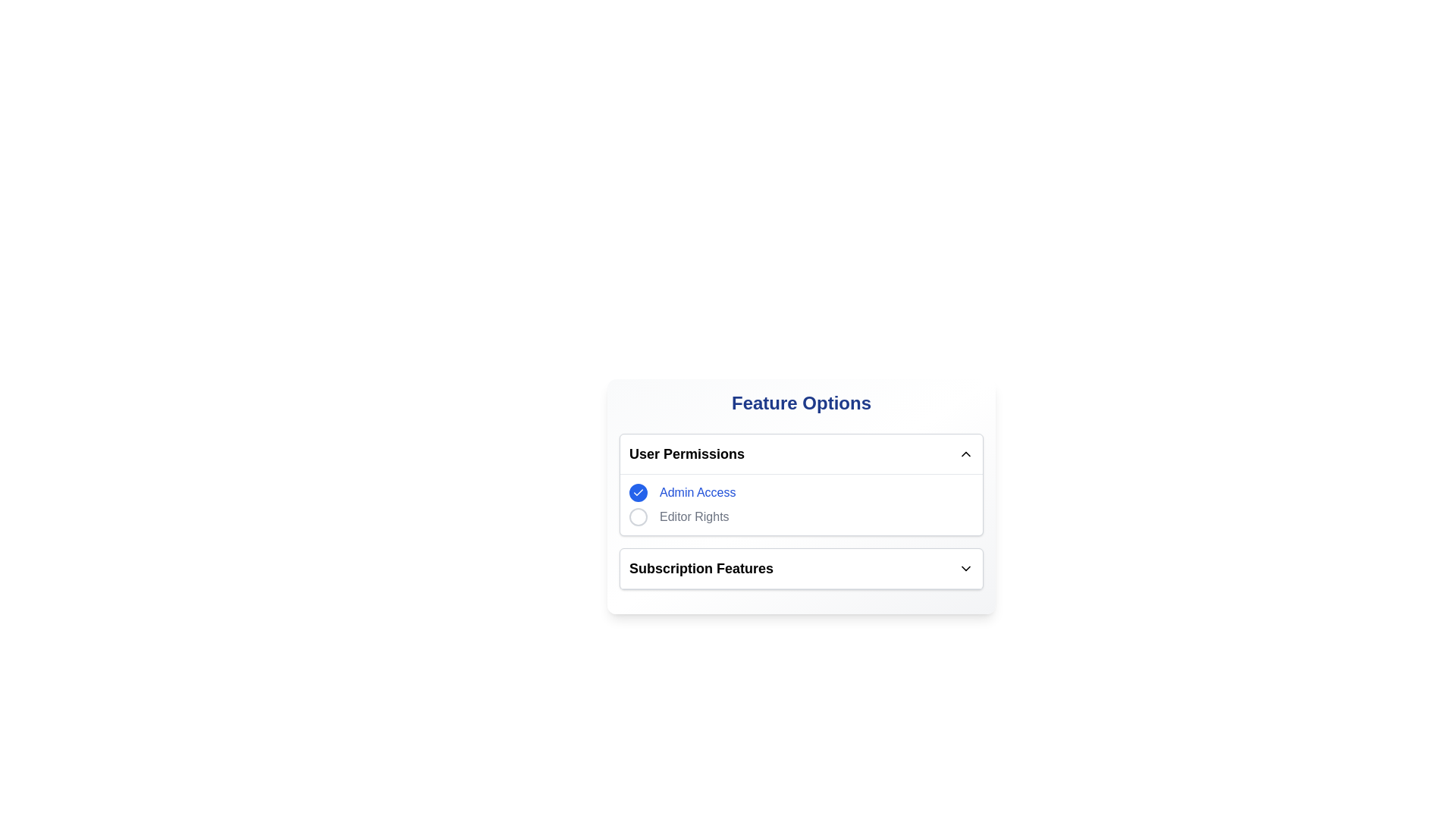 This screenshot has width=1456, height=819. What do you see at coordinates (638, 493) in the screenshot?
I see `the check icon with a white color and a circular blue background, which is adjacent to the 'Admin Access' label in the 'User Permissions' group, to trigger additional effects` at bounding box center [638, 493].